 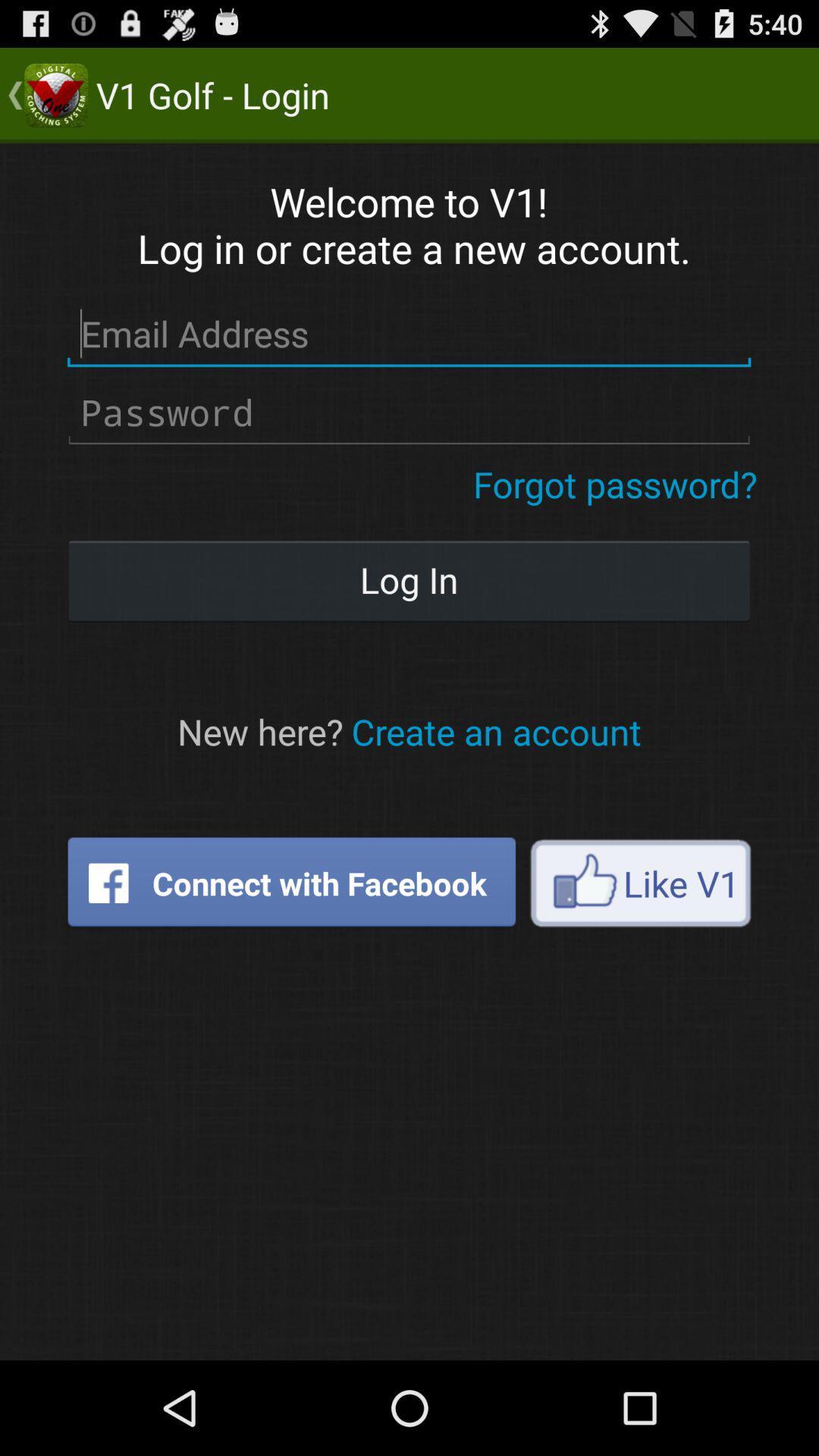 What do you see at coordinates (408, 334) in the screenshot?
I see `type the email address` at bounding box center [408, 334].